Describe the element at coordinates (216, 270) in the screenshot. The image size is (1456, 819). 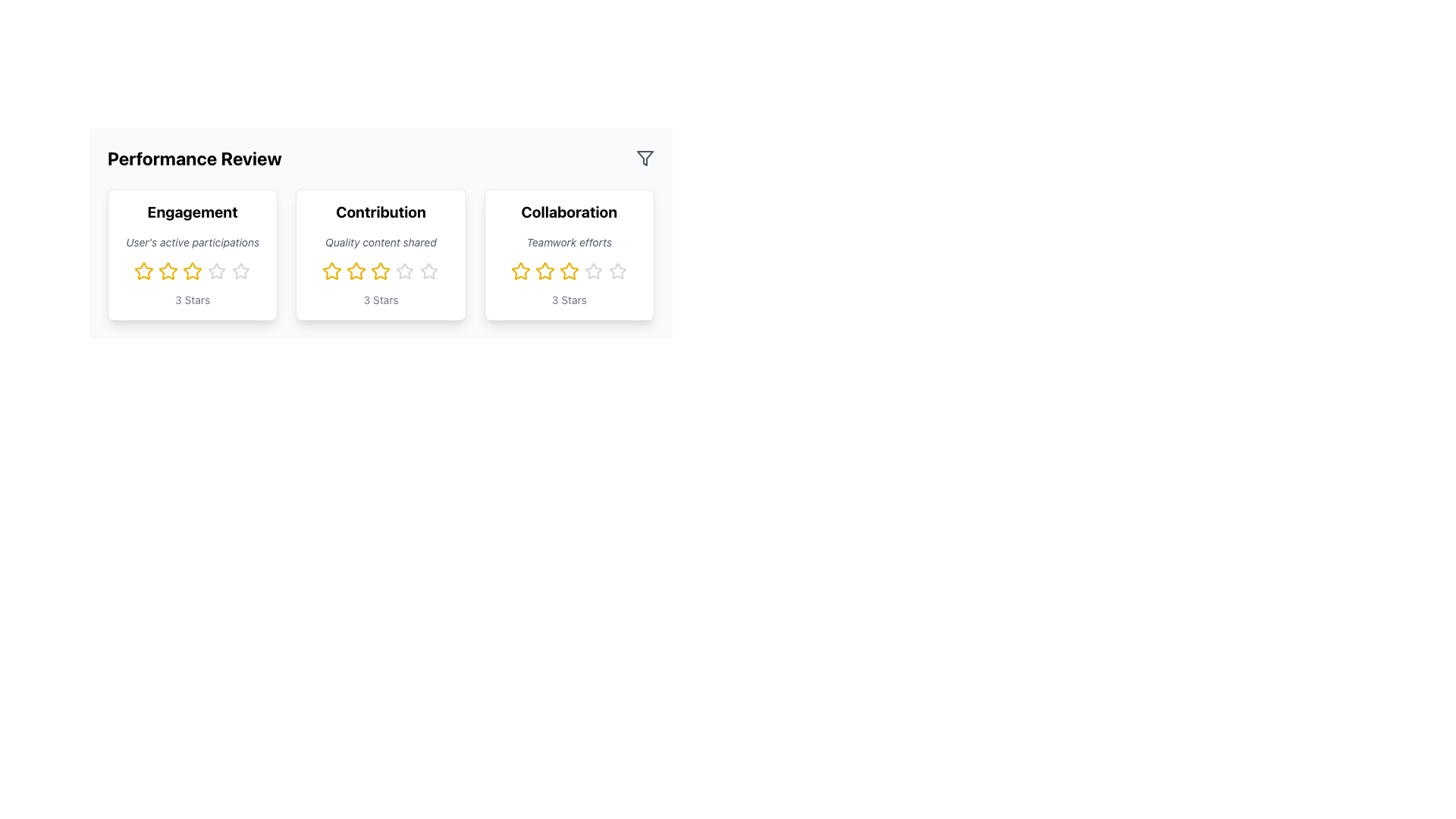
I see `the fourth star in the Star rating unit under the 'Engagement' section to select a rating level` at that location.